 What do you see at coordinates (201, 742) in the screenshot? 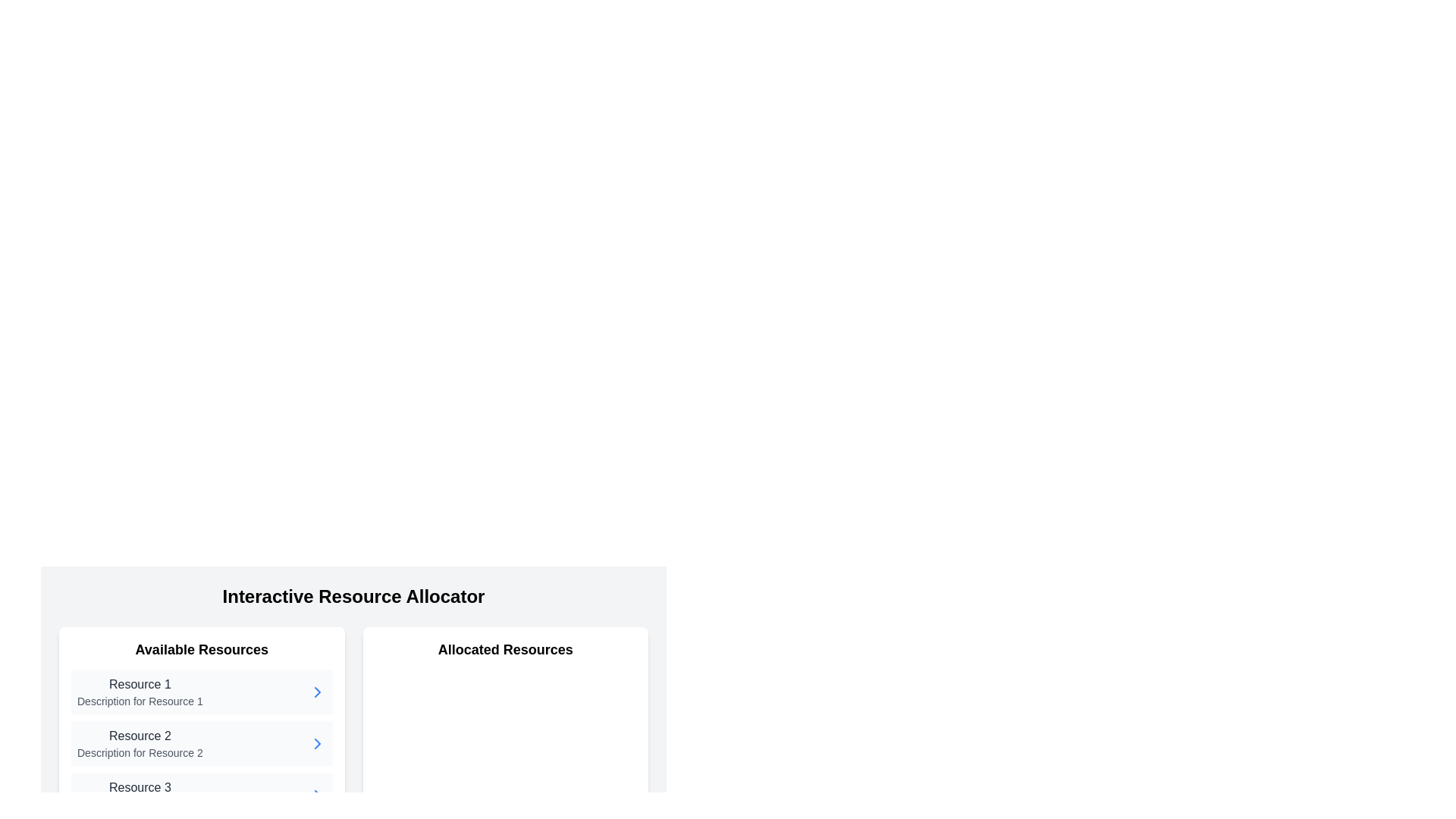
I see `the interactive list item entry for 'Resource 2'` at bounding box center [201, 742].